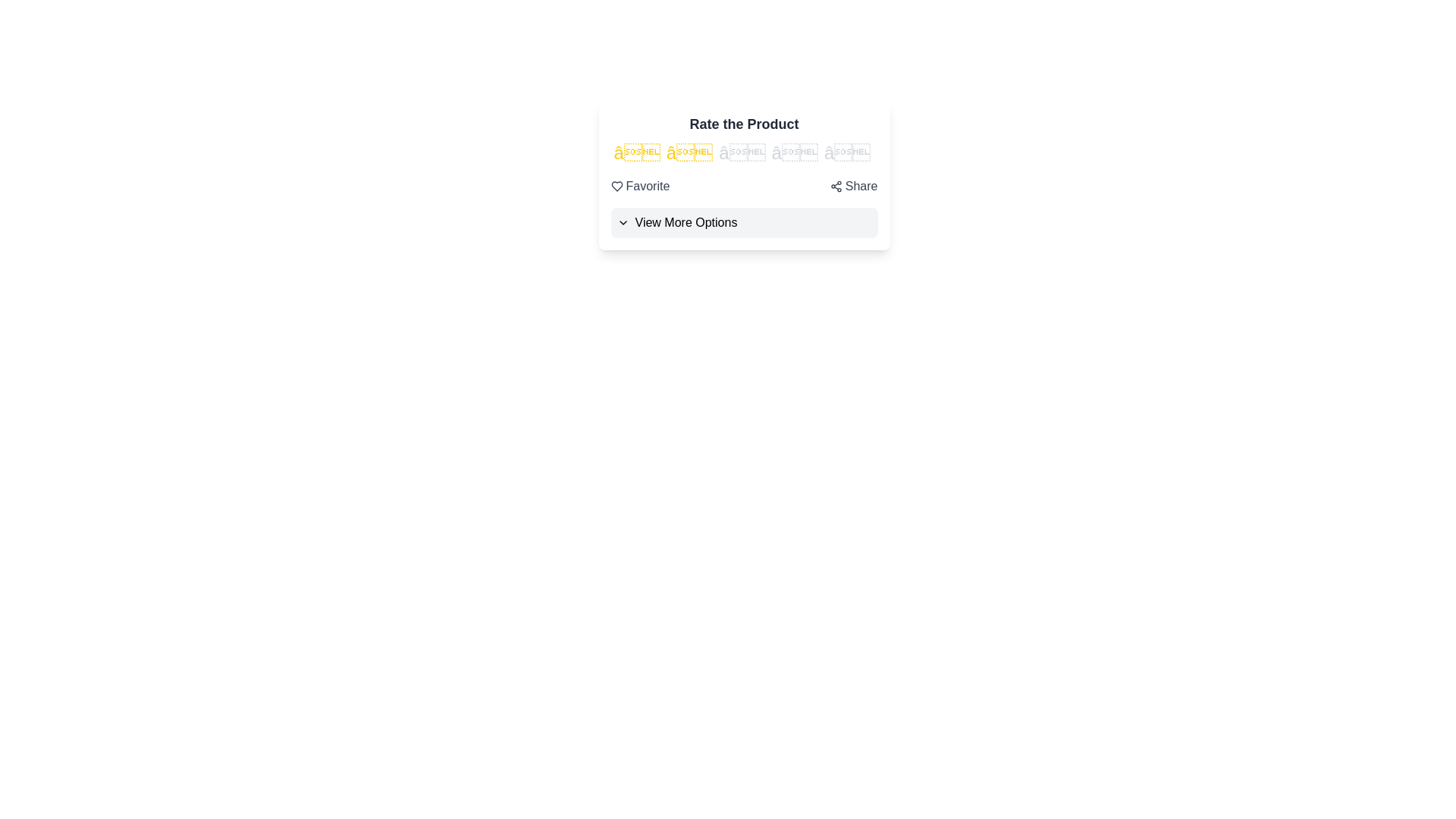  Describe the element at coordinates (689, 152) in the screenshot. I see `the rating to 2 stars by clicking on the corresponding star` at that location.